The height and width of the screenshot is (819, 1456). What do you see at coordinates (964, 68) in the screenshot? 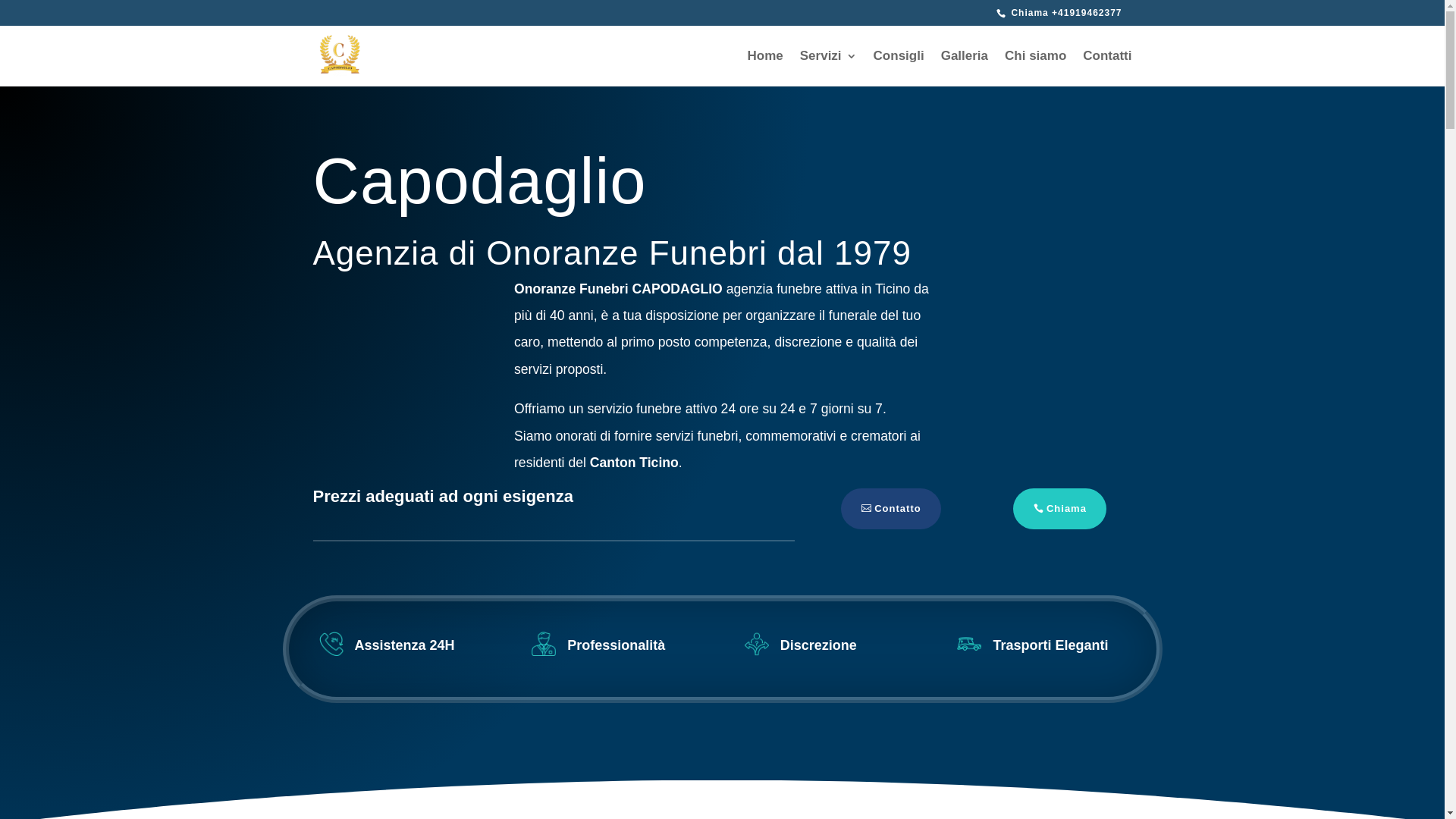
I see `'Galleria'` at bounding box center [964, 68].